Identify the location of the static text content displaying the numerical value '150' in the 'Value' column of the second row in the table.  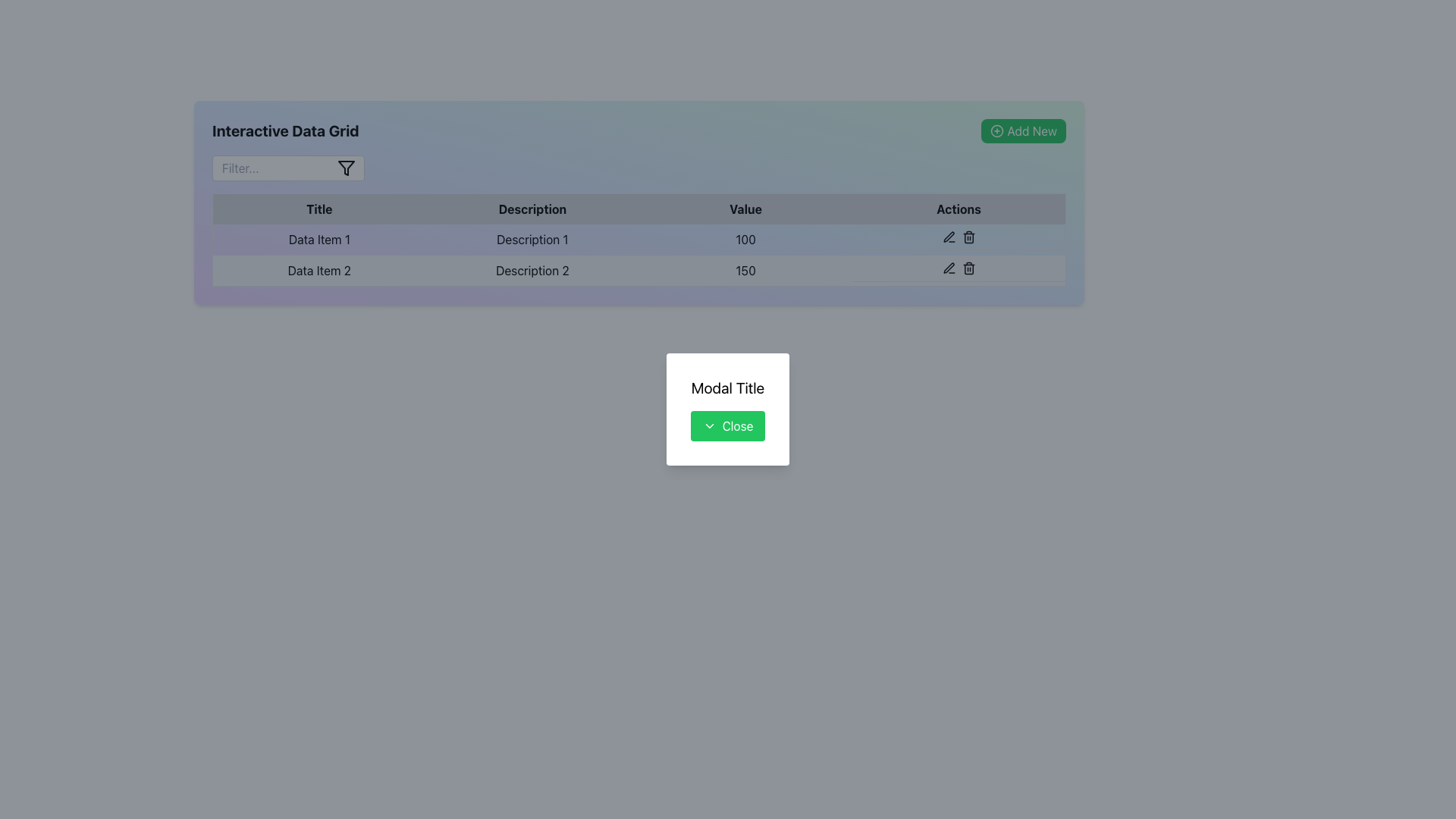
(745, 270).